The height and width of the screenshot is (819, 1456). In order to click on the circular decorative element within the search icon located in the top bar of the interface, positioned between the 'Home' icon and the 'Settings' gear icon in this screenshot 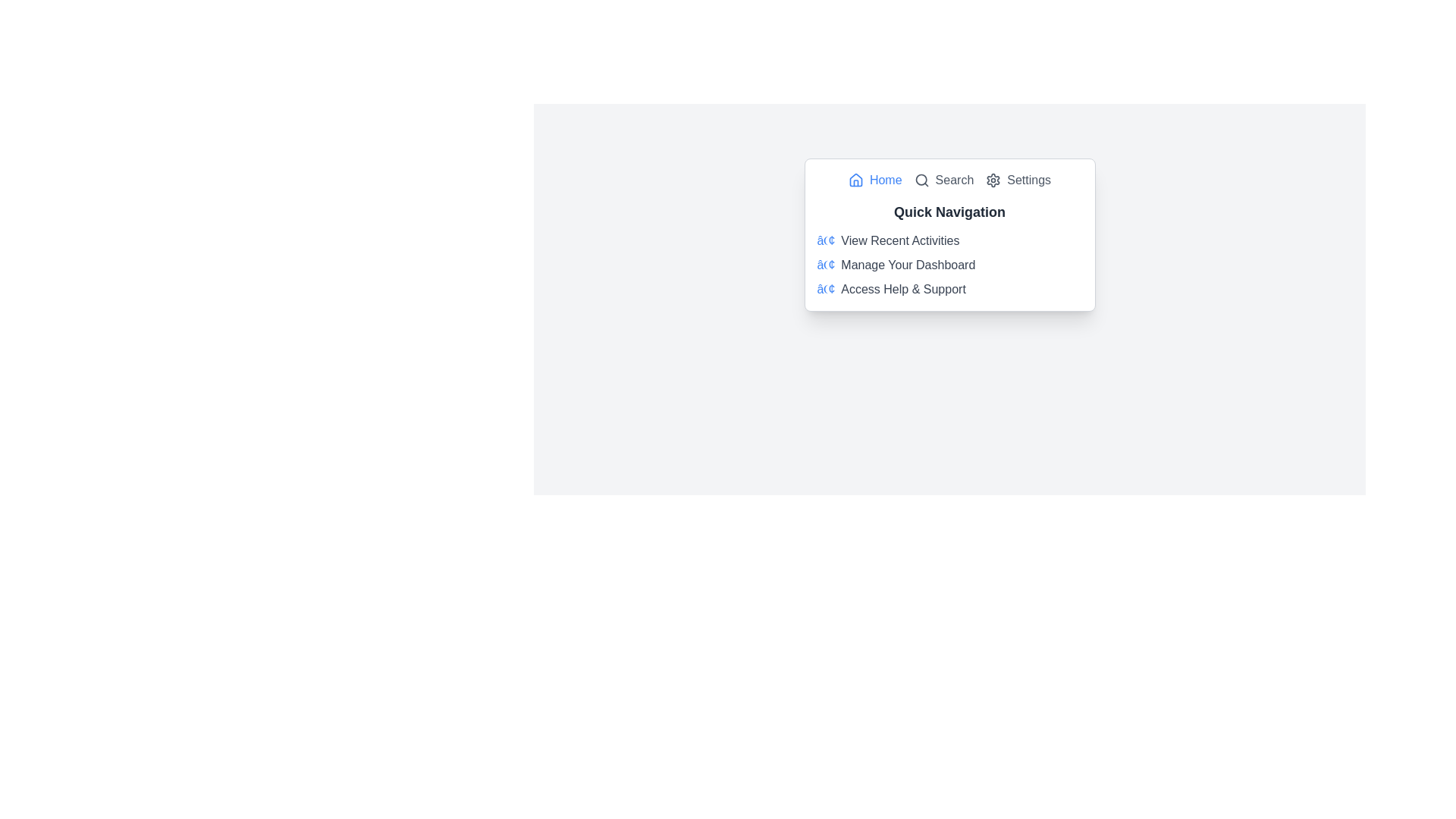, I will do `click(920, 179)`.